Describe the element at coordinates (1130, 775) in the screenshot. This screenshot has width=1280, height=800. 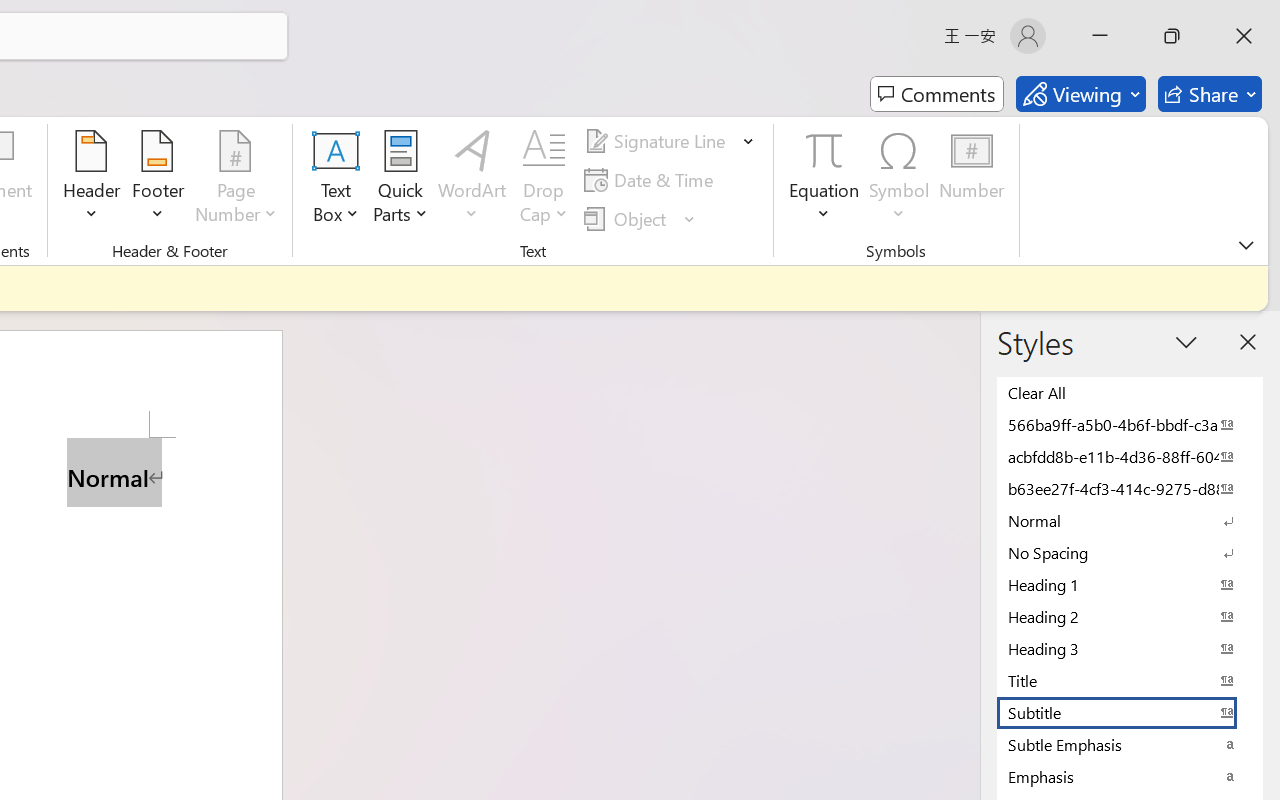
I see `'Emphasis'` at that location.